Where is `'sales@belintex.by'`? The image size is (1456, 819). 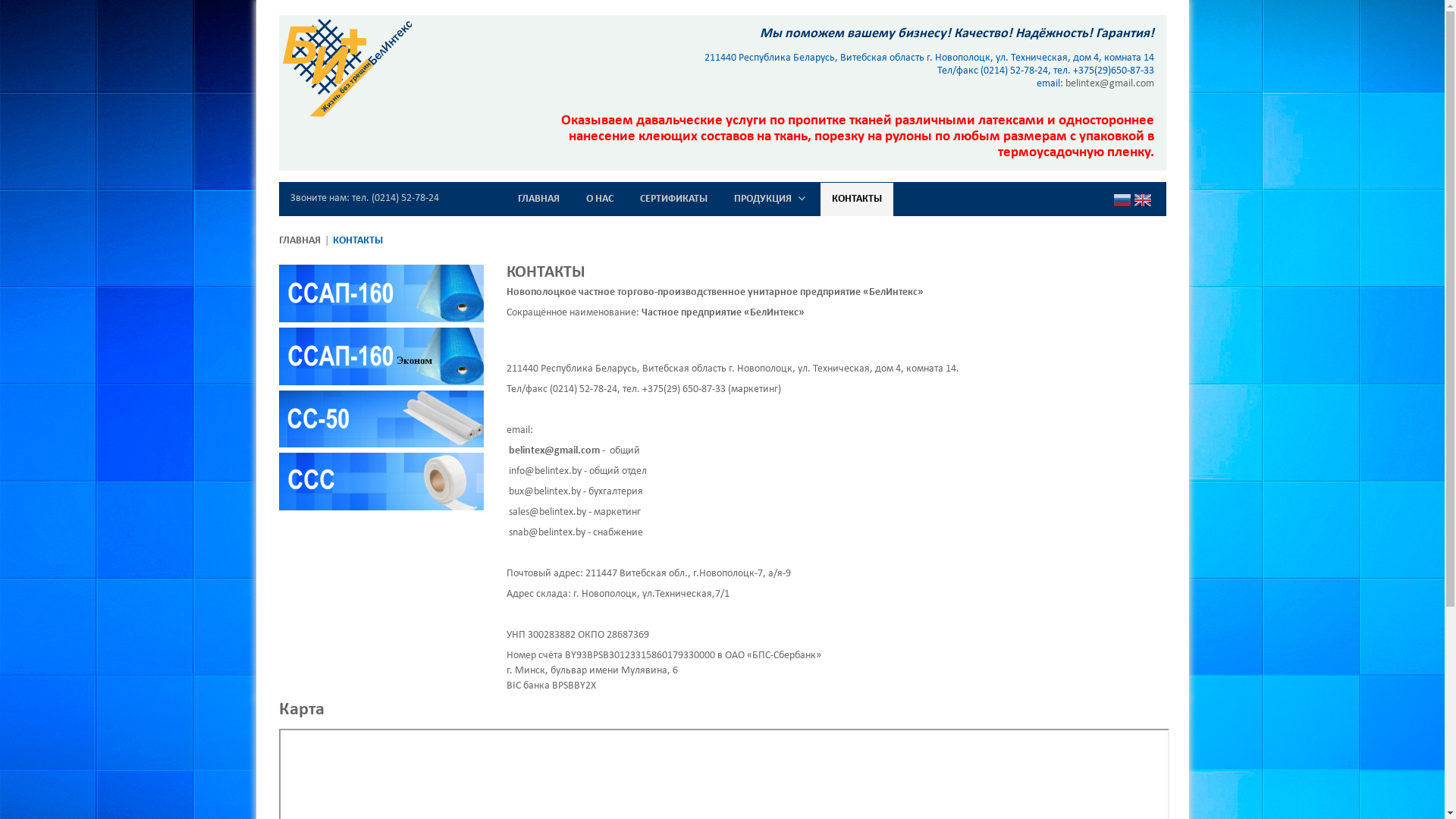
'sales@belintex.by' is located at coordinates (546, 512).